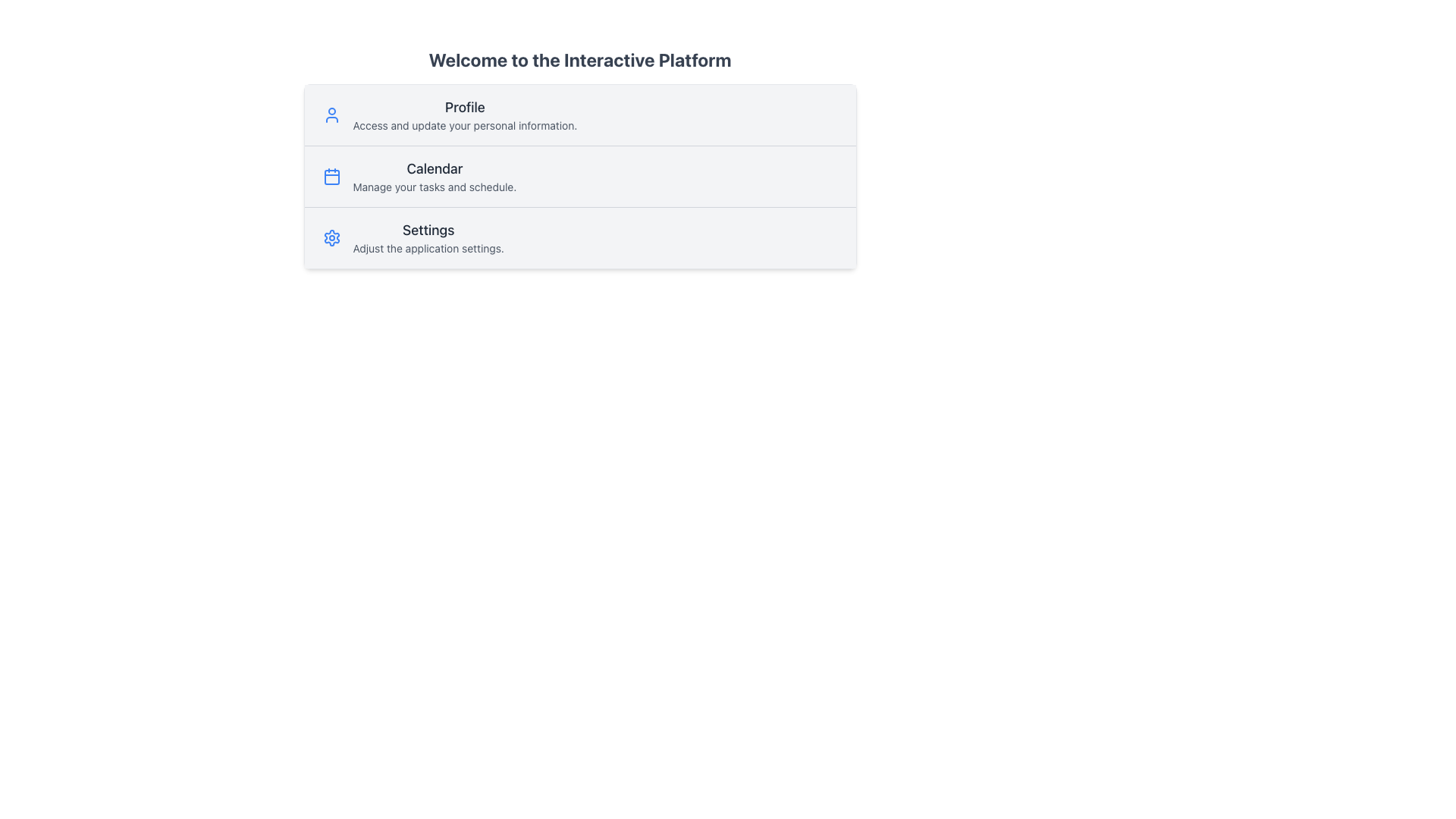 This screenshot has width=1456, height=819. Describe the element at coordinates (331, 237) in the screenshot. I see `the 'settings' gear icon located to the left of the 'Settings' text` at that location.